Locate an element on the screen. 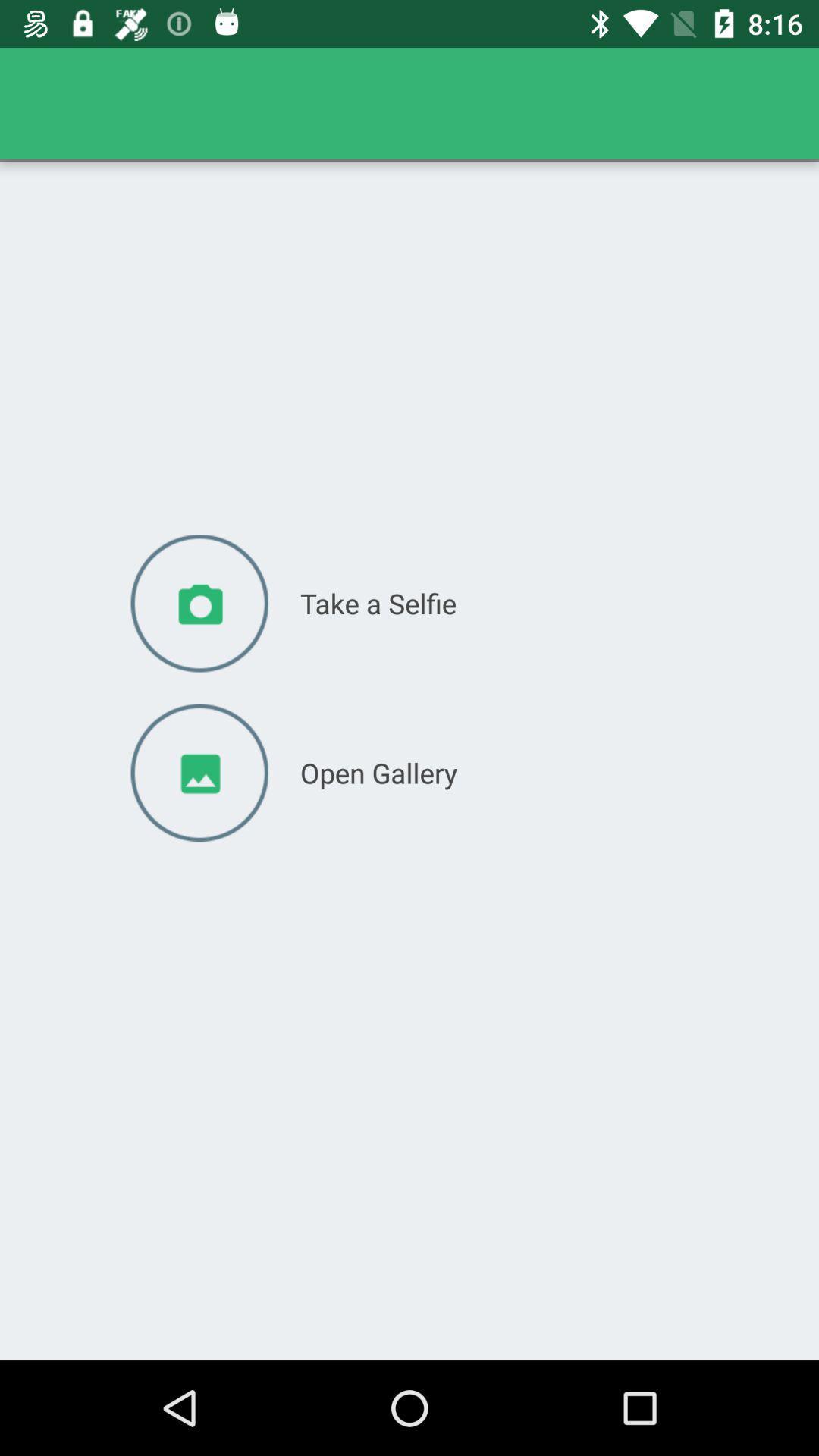 The height and width of the screenshot is (1456, 819). the wallpaper icon is located at coordinates (199, 773).